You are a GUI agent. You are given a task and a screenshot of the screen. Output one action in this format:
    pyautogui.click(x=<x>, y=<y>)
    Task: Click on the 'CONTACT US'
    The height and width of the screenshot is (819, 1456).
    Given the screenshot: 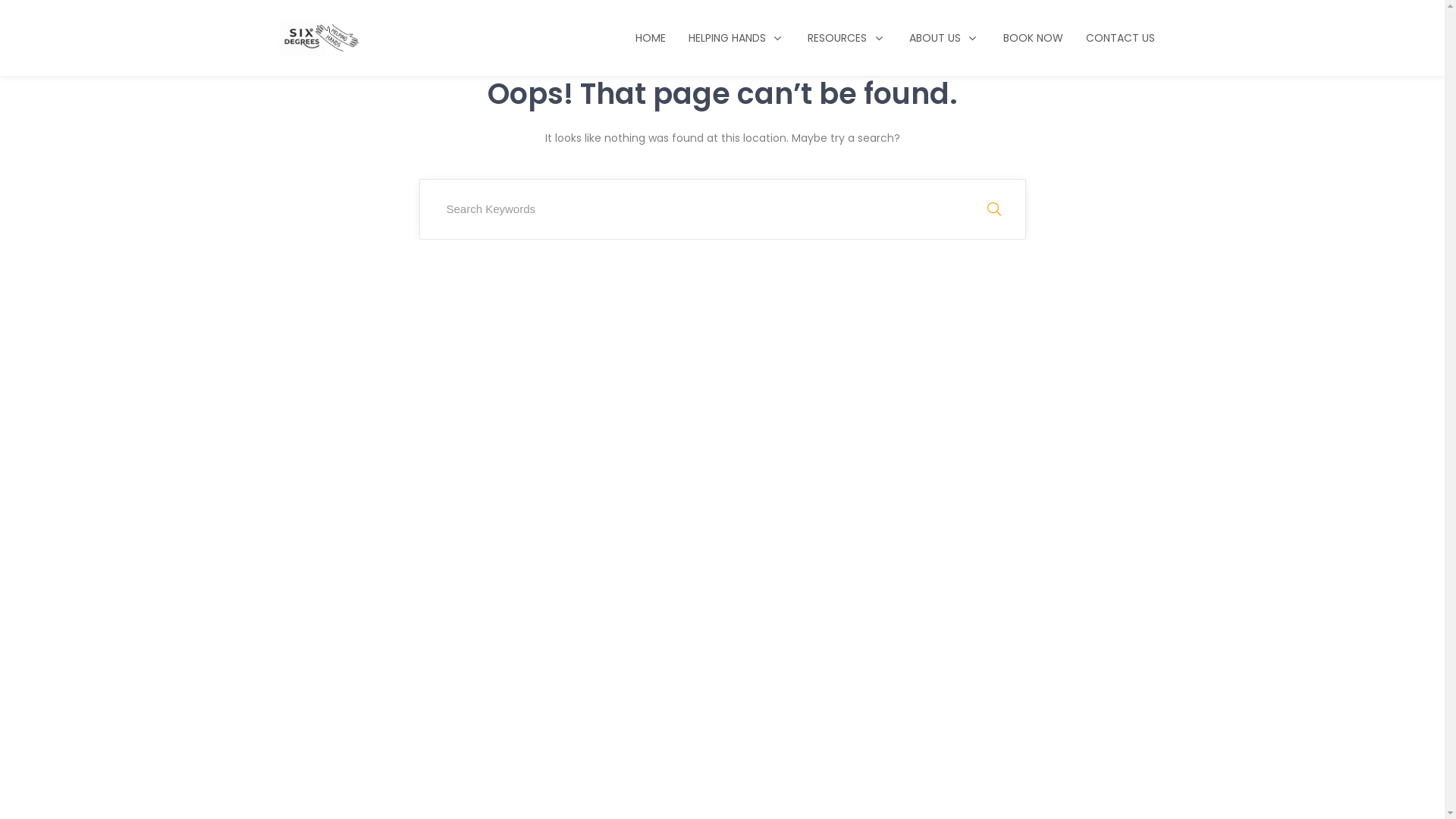 What is the action you would take?
    pyautogui.click(x=1119, y=37)
    